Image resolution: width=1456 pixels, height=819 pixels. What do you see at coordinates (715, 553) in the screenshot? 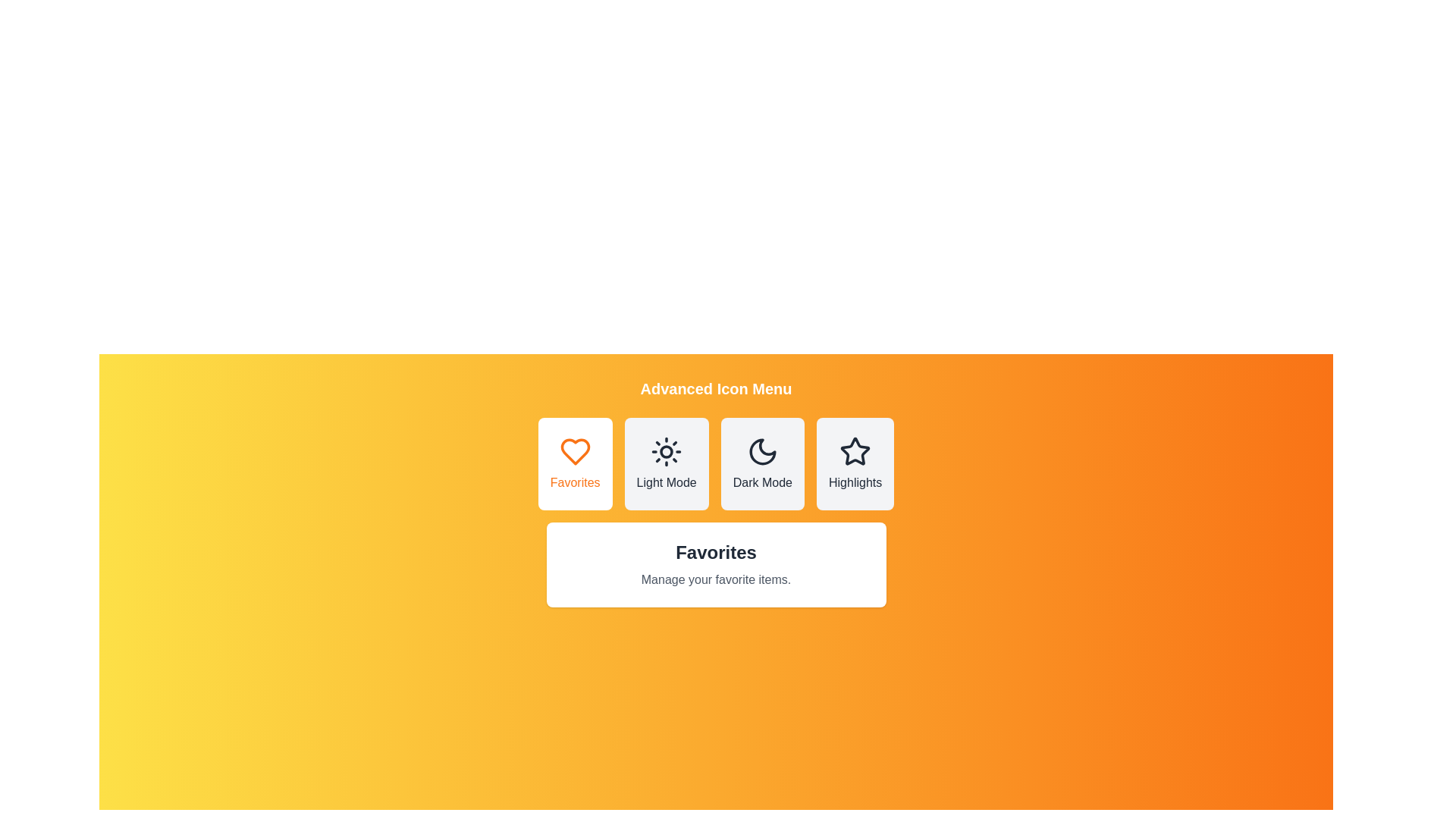
I see `the text label that serves as a title for managing favorite items, positioned above the text 'Manage your favorite items.'` at bounding box center [715, 553].